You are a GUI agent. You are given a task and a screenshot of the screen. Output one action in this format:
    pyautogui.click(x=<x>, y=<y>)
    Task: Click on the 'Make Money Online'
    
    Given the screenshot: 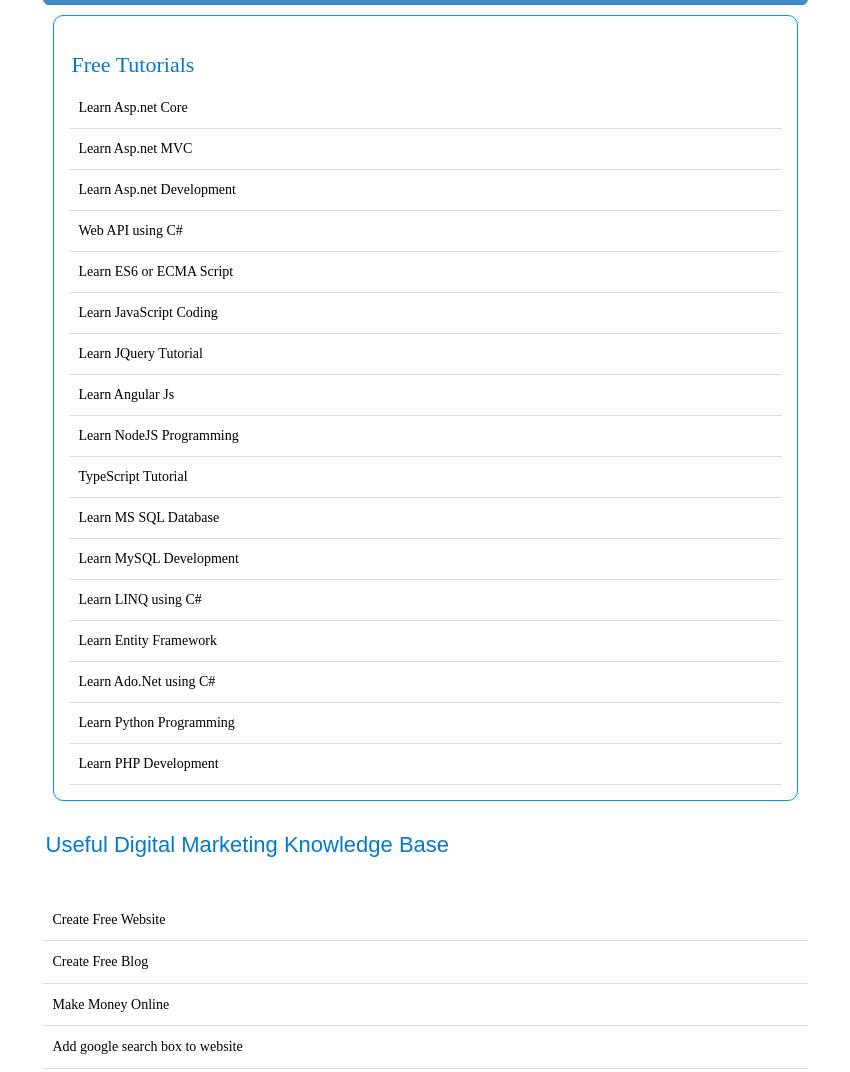 What is the action you would take?
    pyautogui.click(x=52, y=1002)
    